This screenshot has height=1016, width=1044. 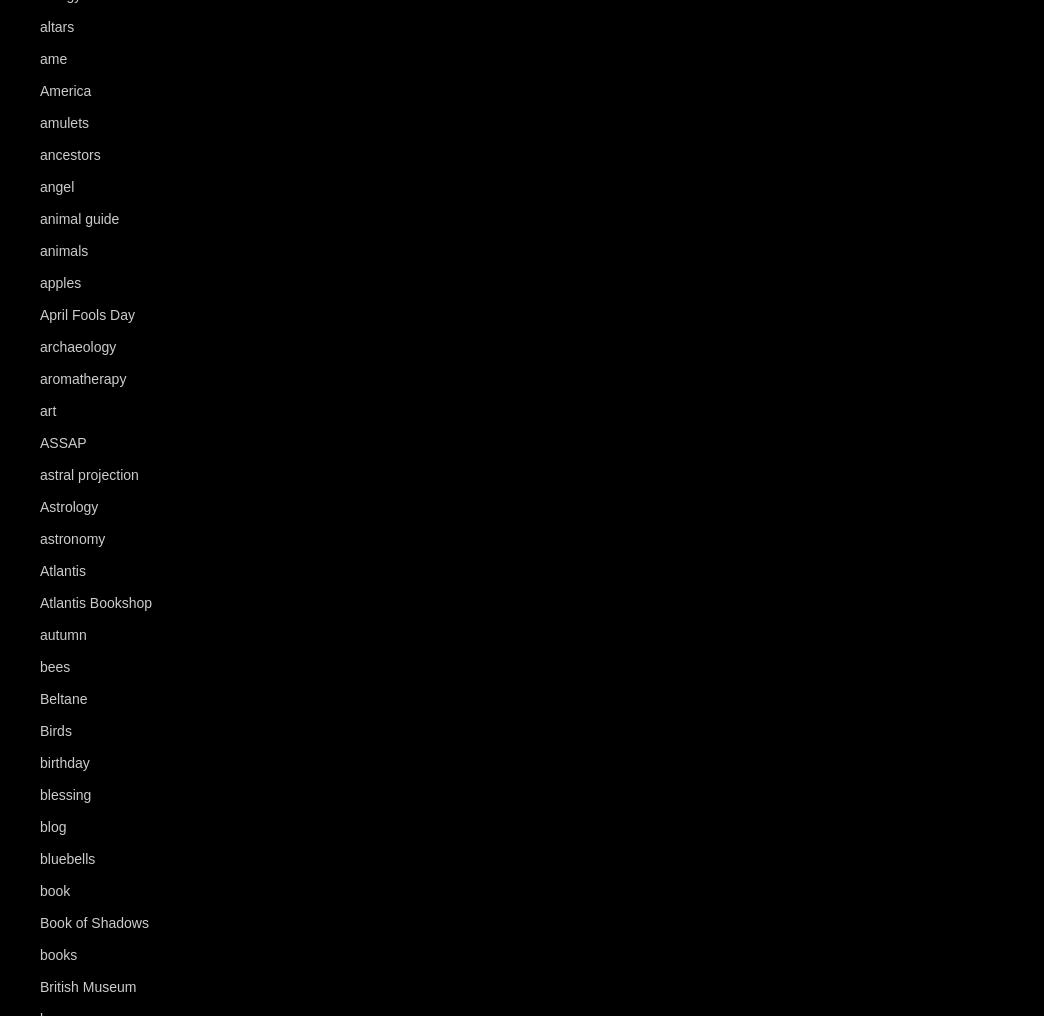 I want to click on 'British Museum', so click(x=88, y=987).